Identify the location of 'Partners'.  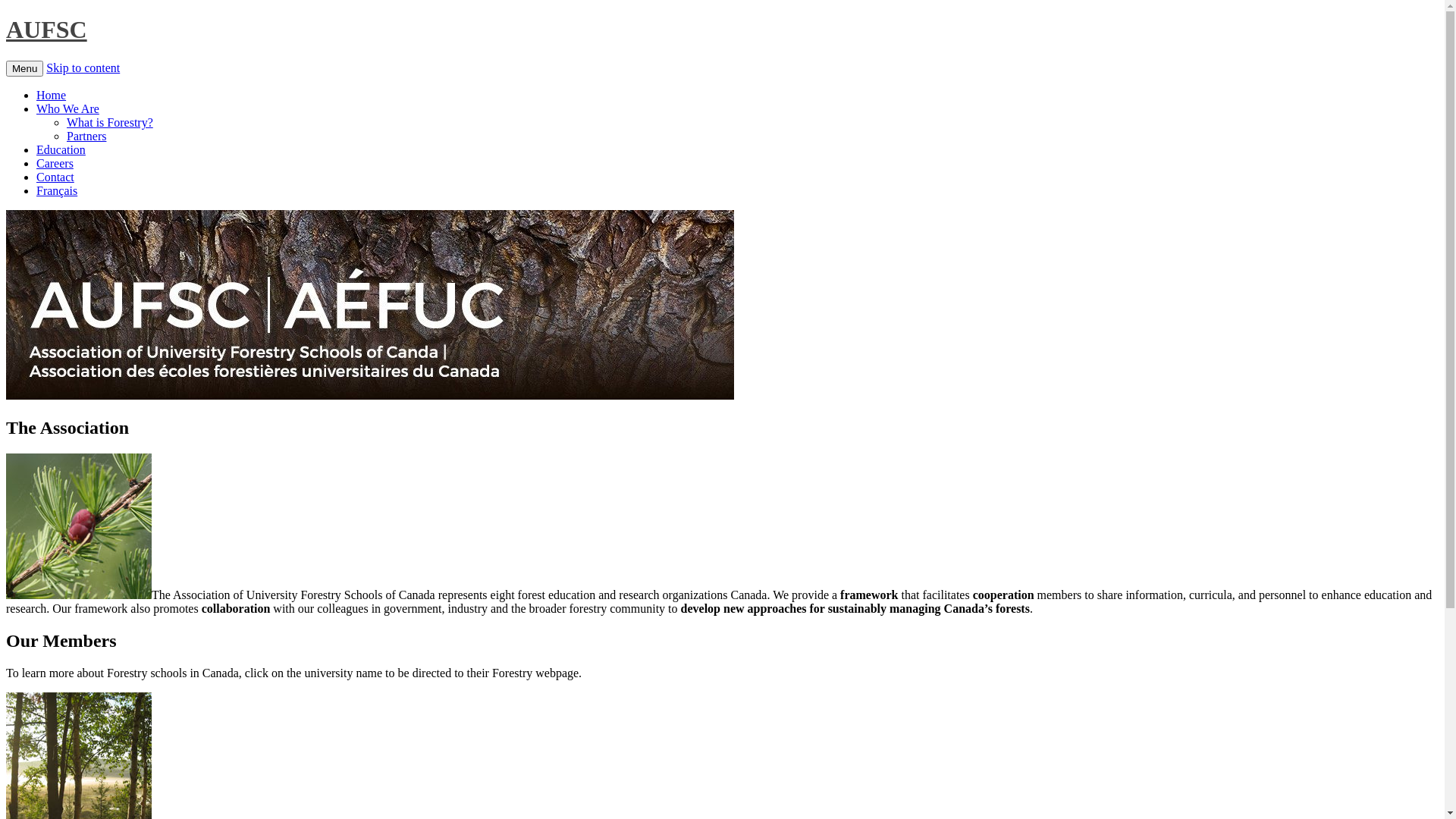
(86, 135).